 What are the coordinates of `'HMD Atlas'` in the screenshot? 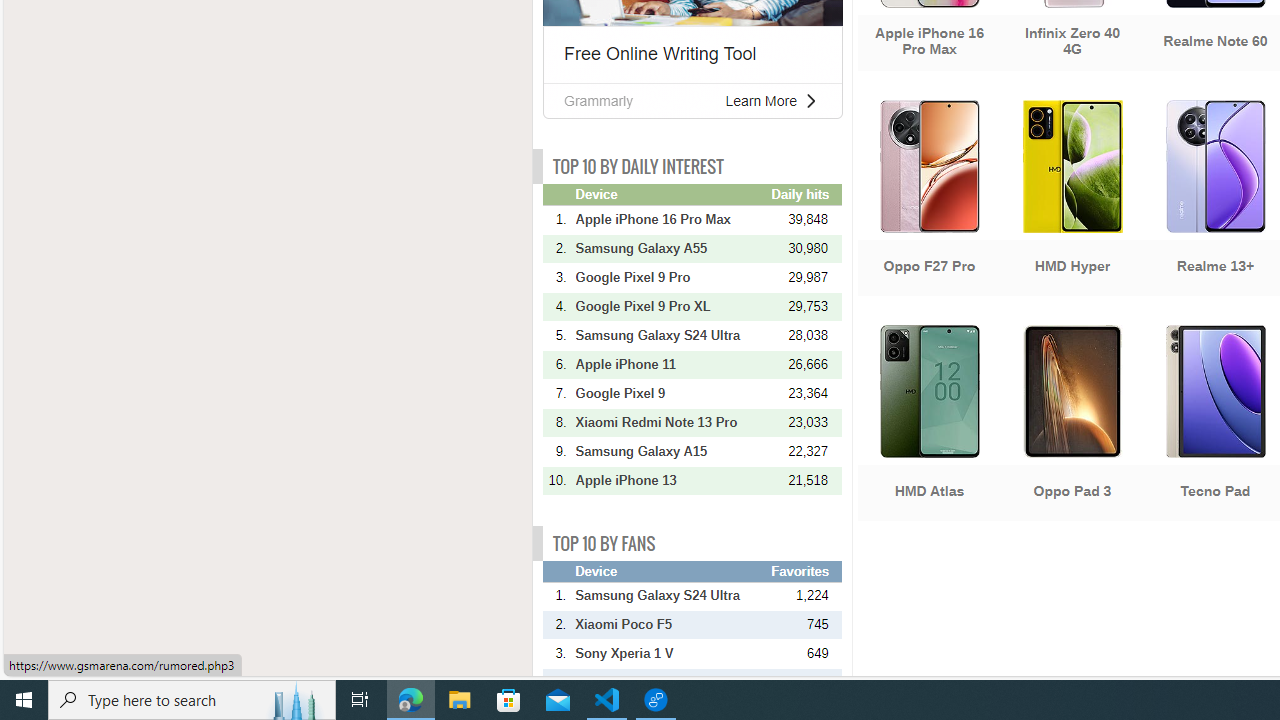 It's located at (928, 424).